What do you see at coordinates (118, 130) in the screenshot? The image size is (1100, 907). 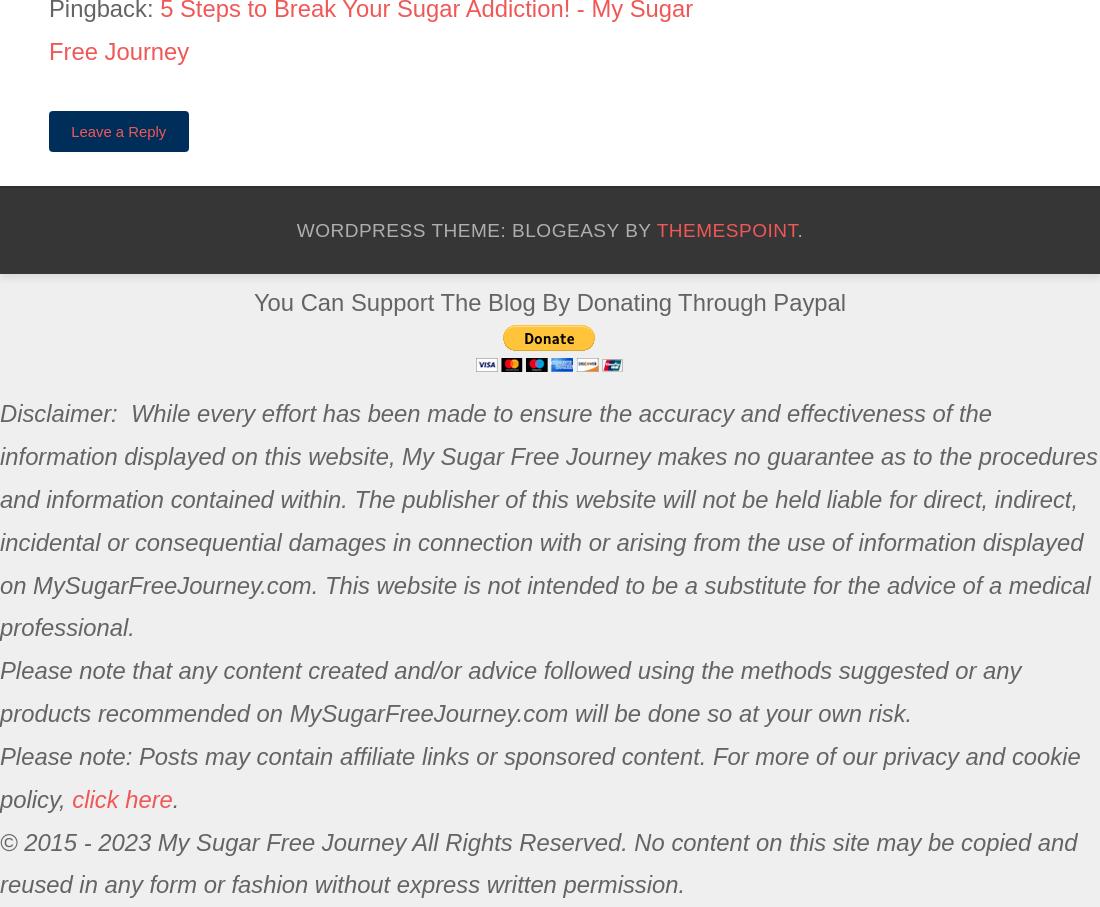 I see `'Leave a Reply'` at bounding box center [118, 130].